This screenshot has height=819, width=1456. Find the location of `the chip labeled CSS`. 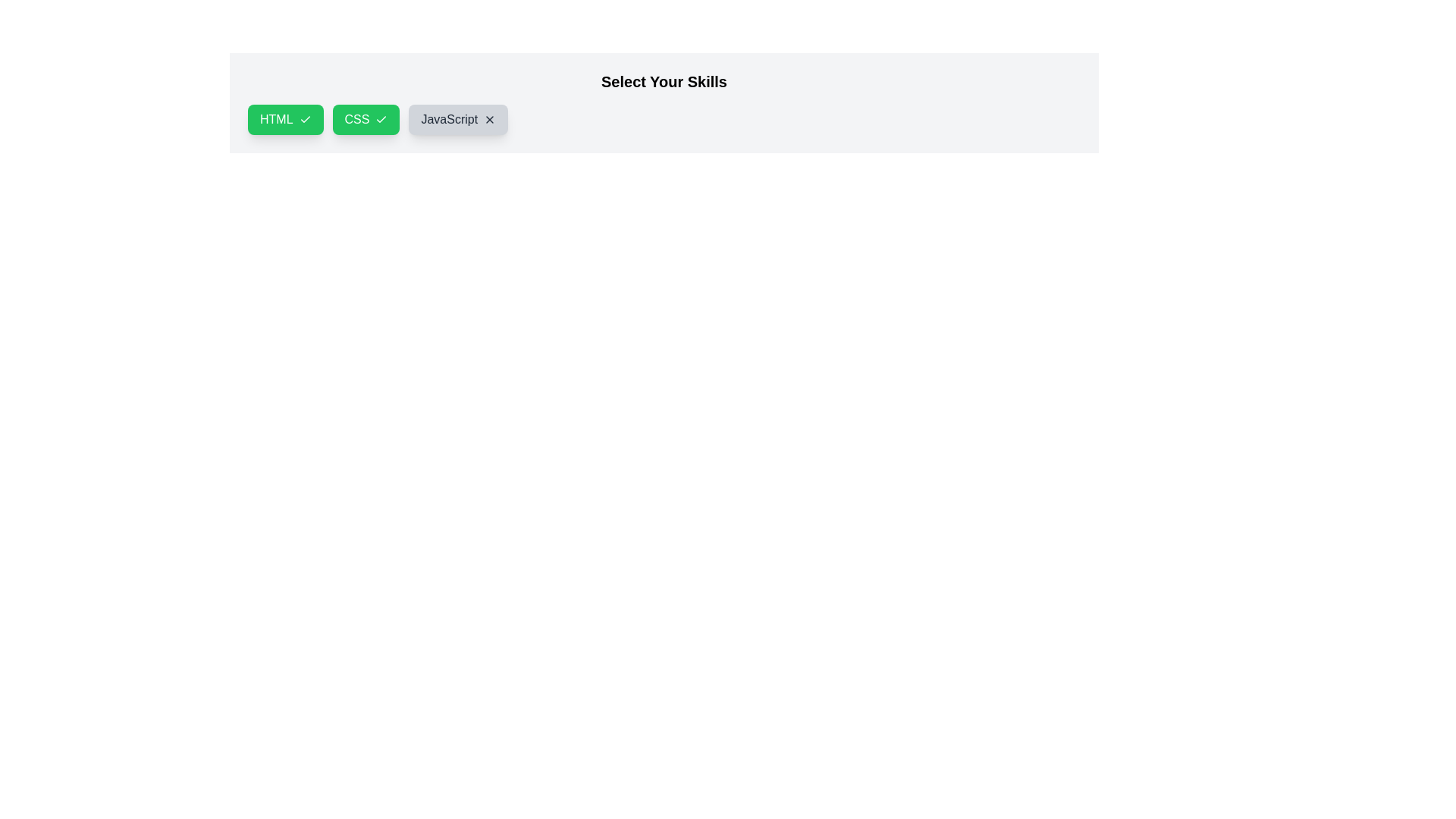

the chip labeled CSS is located at coordinates (366, 119).